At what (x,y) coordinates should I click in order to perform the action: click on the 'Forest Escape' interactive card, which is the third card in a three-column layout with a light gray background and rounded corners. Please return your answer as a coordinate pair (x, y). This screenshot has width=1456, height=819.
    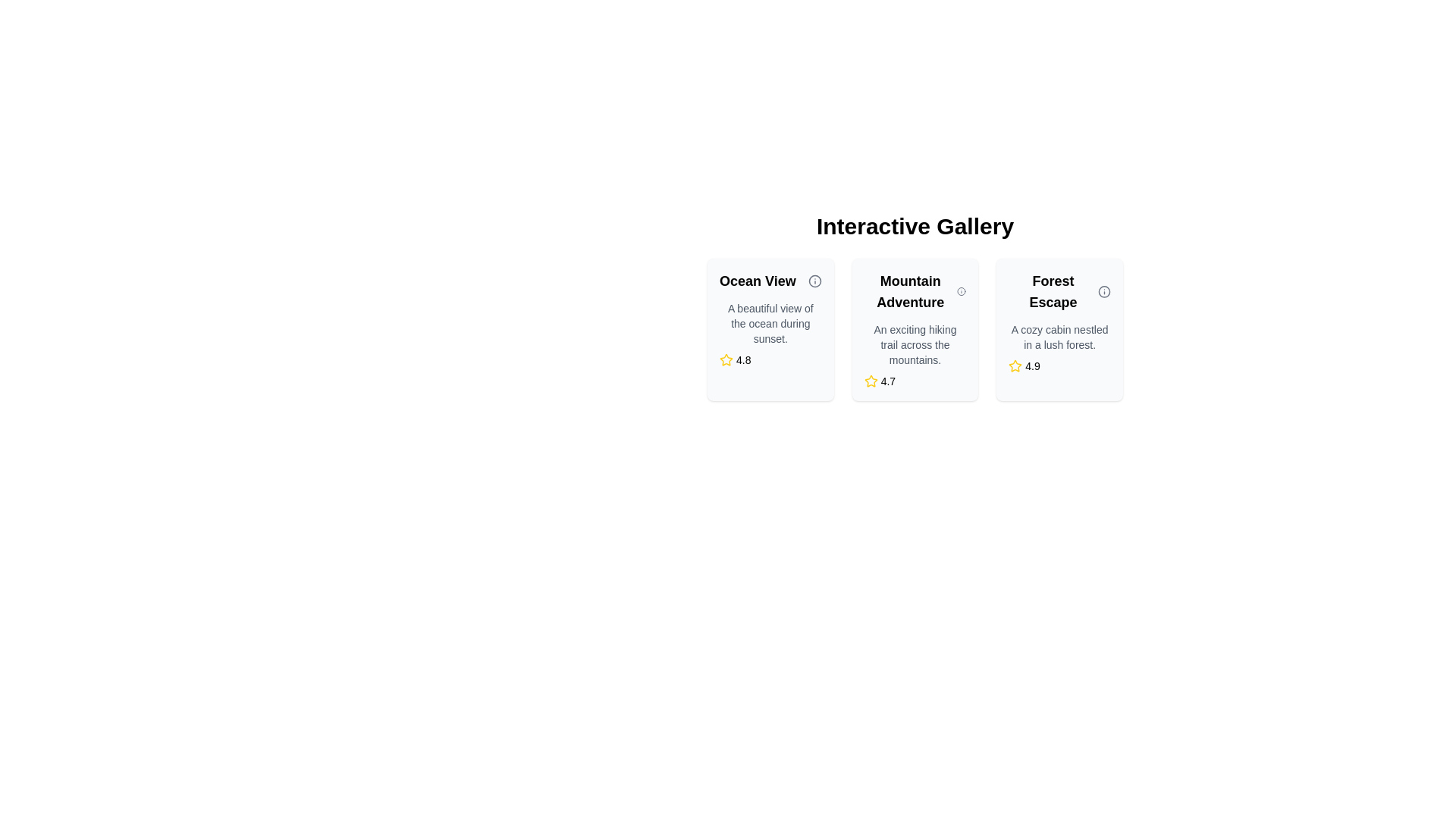
    Looking at the image, I should click on (1059, 329).